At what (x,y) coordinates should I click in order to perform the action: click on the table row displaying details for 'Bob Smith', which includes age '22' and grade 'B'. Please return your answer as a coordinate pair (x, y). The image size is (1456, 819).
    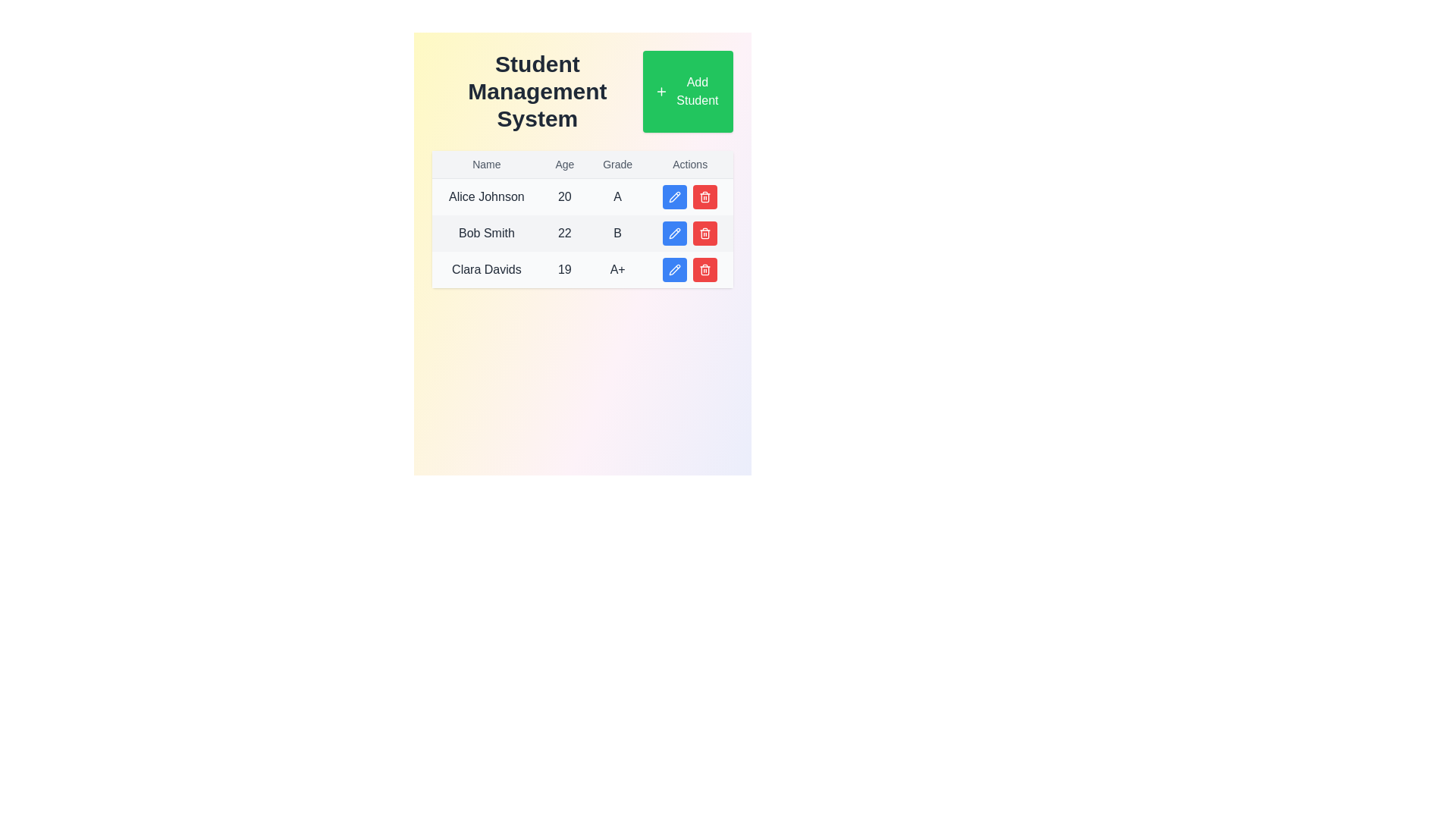
    Looking at the image, I should click on (582, 219).